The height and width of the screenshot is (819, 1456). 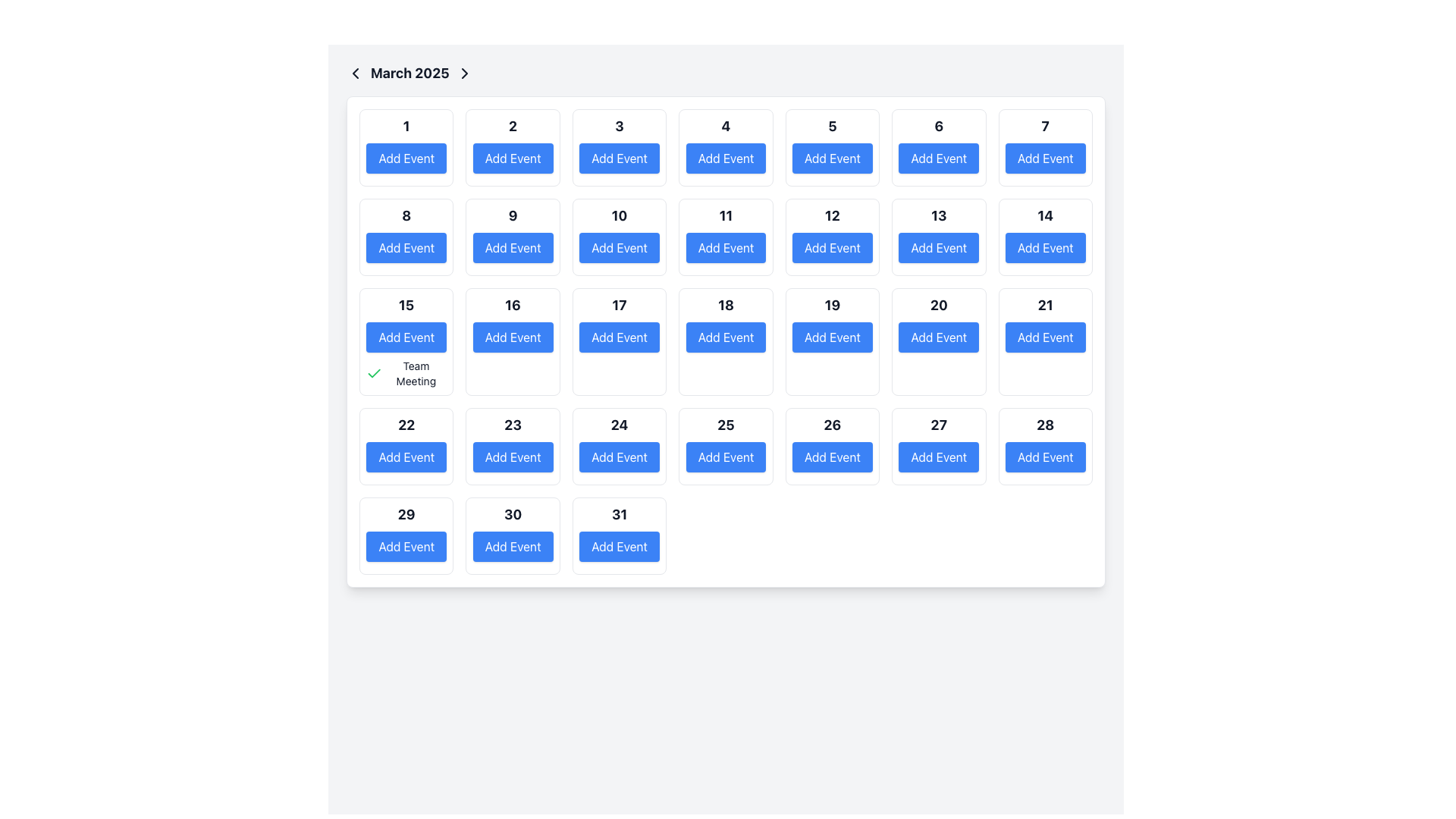 What do you see at coordinates (409, 73) in the screenshot?
I see `text label that indicates the currently displayed month and year in the calendar interface, centrally located in the header section` at bounding box center [409, 73].